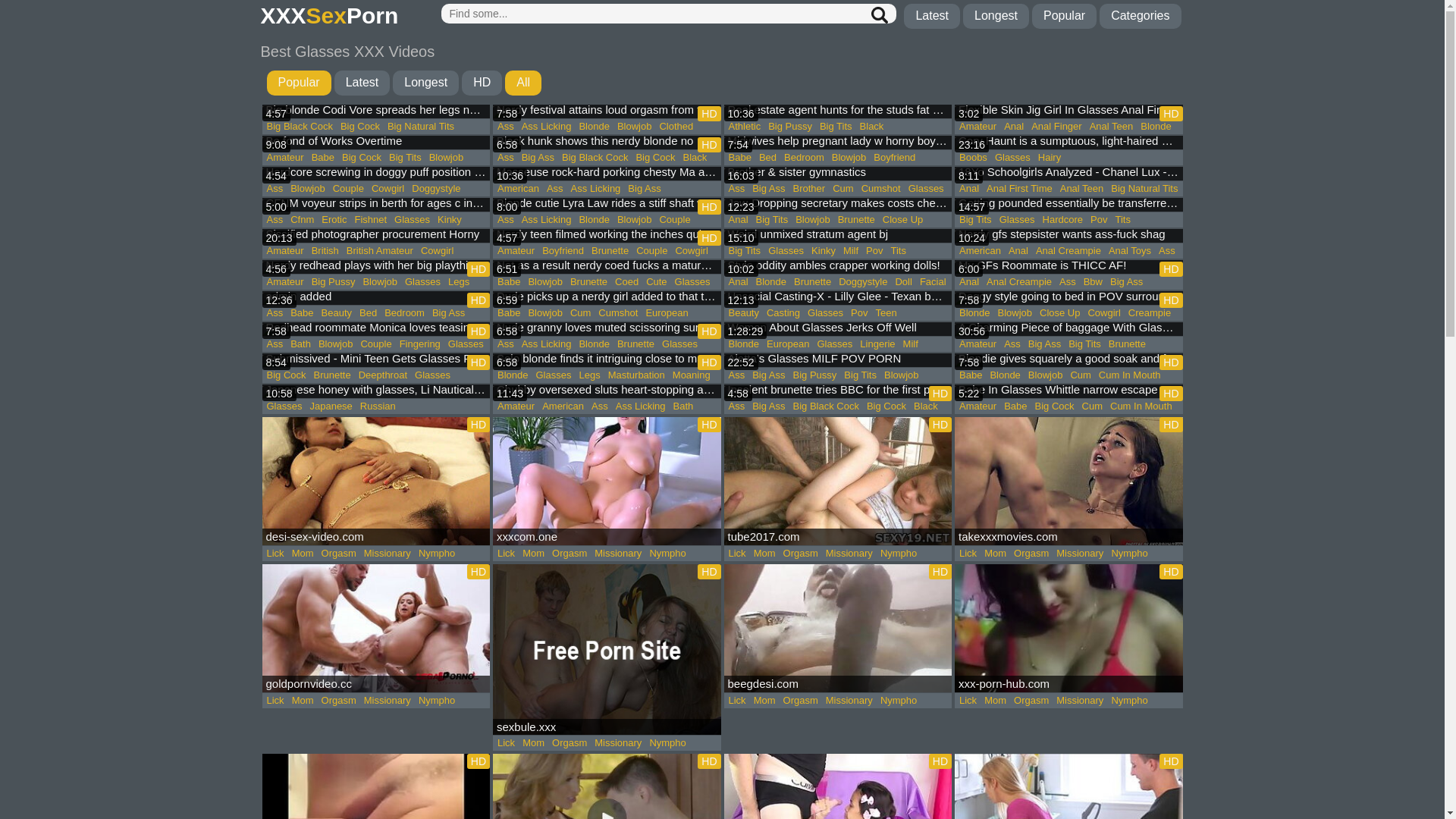  What do you see at coordinates (588, 375) in the screenshot?
I see `'Legs'` at bounding box center [588, 375].